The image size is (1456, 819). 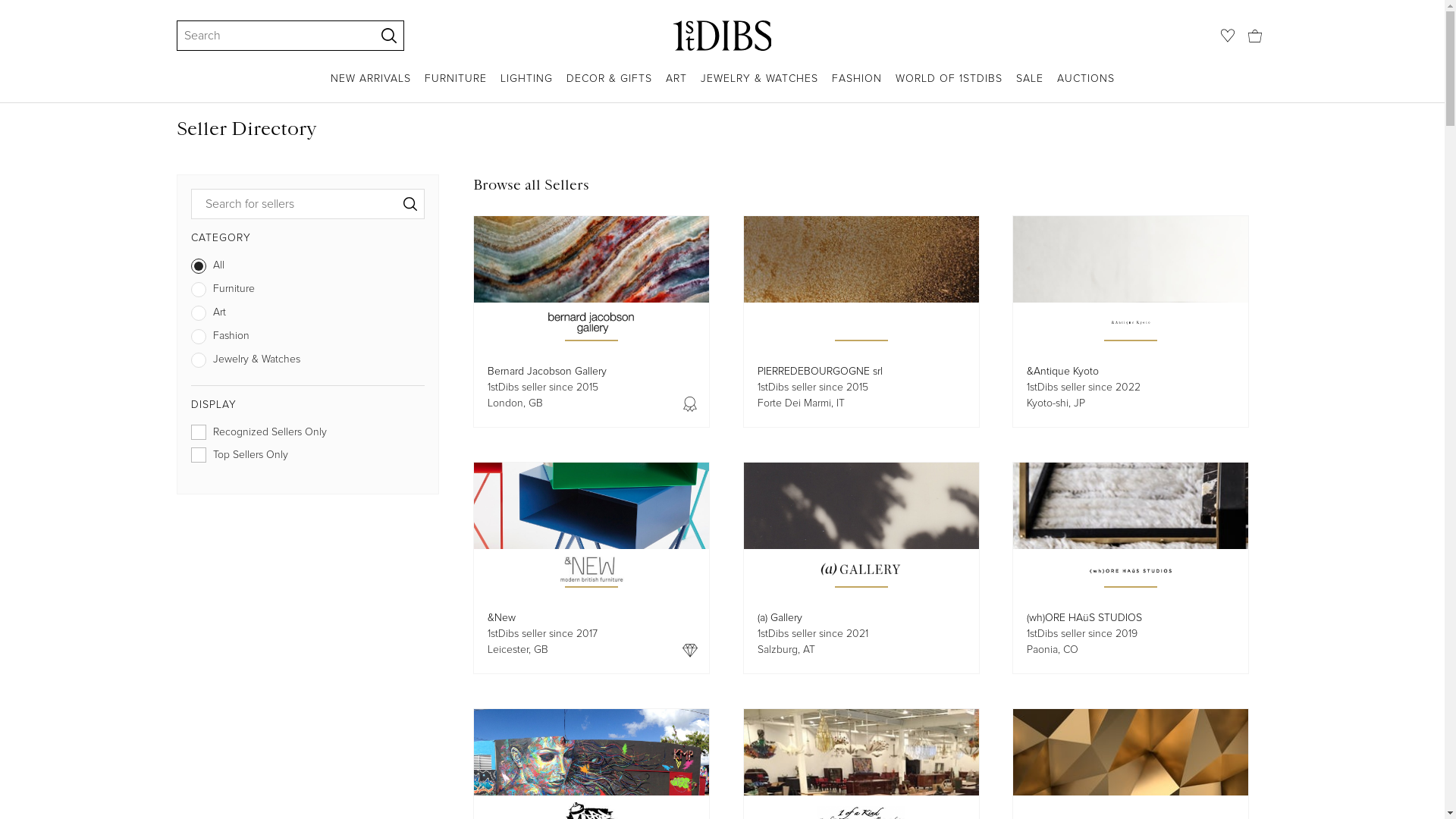 What do you see at coordinates (307, 268) in the screenshot?
I see `'All'` at bounding box center [307, 268].